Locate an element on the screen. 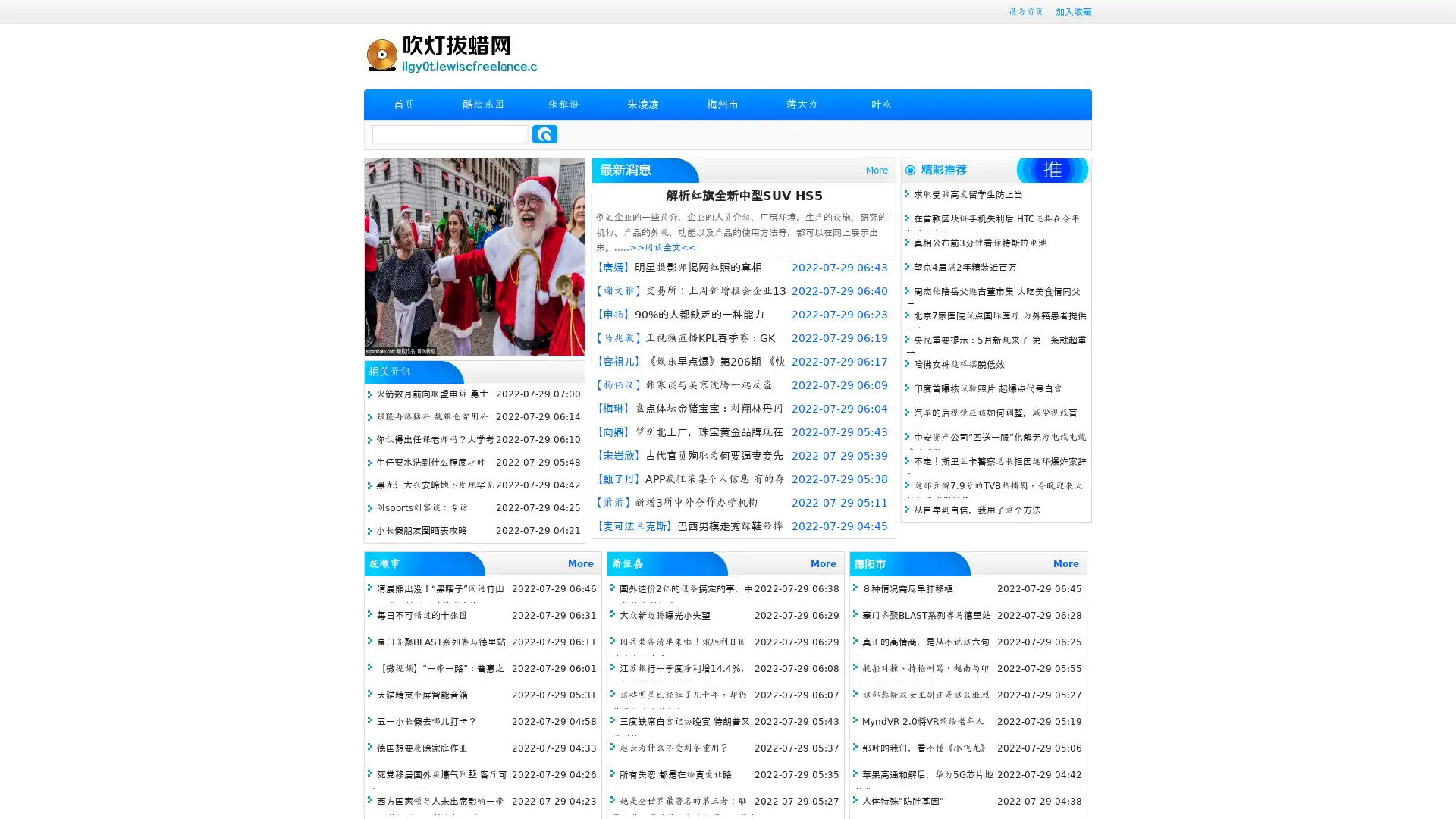  Search is located at coordinates (544, 133).